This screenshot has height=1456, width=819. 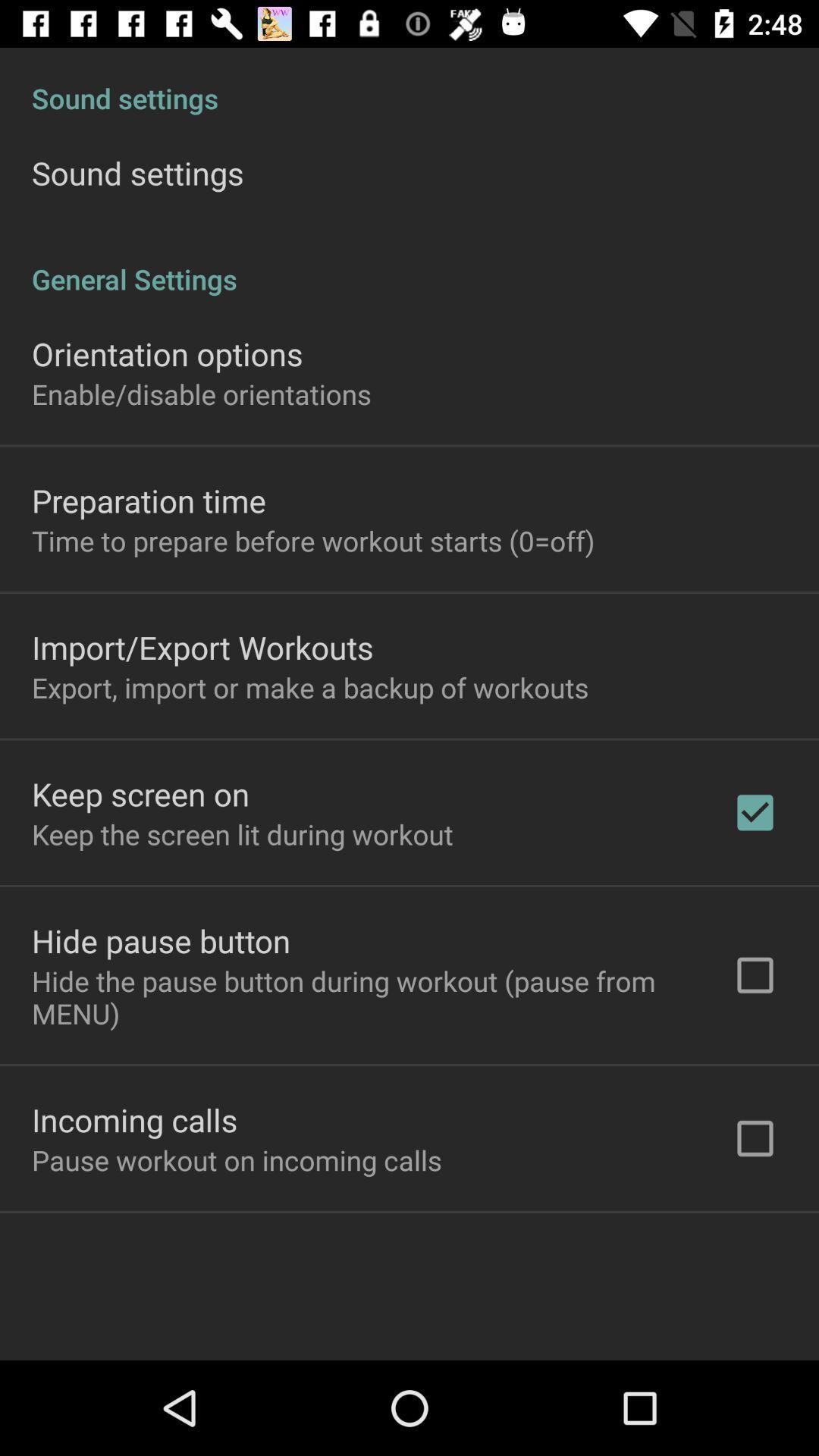 I want to click on icon below orientation options item, so click(x=200, y=394).